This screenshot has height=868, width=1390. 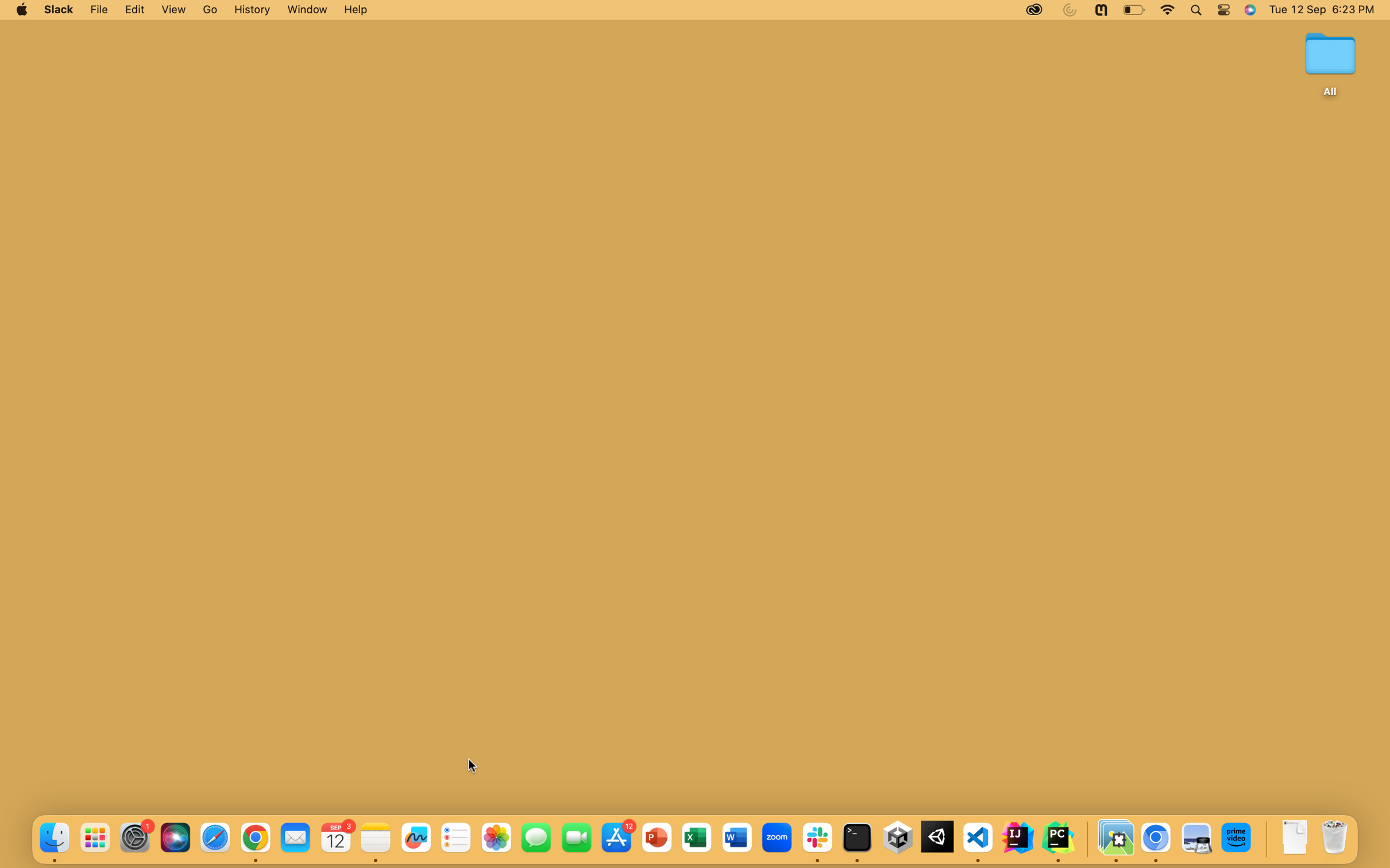 I want to click on Safari using the fifth blue tab at the panel below, so click(x=215, y=838).